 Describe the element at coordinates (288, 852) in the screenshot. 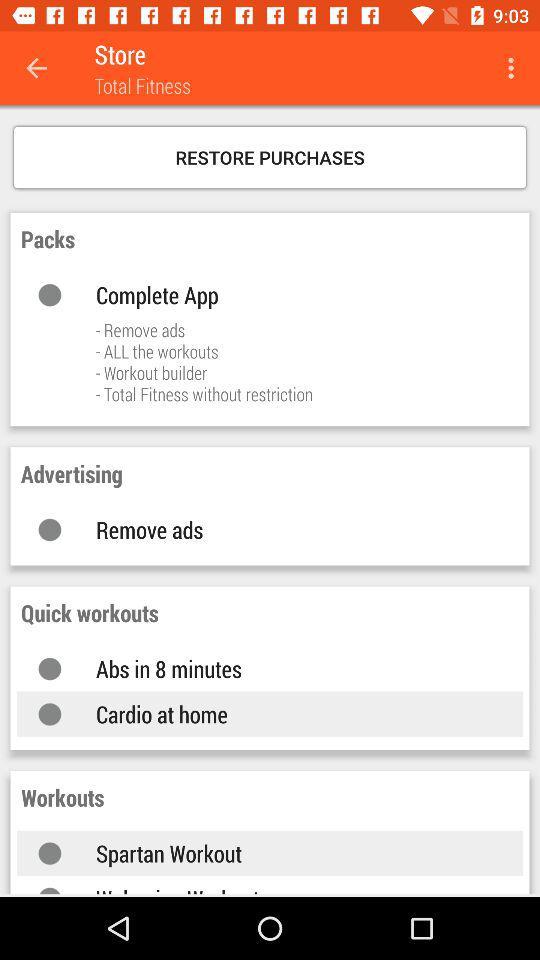

I see `the spartan workout` at that location.